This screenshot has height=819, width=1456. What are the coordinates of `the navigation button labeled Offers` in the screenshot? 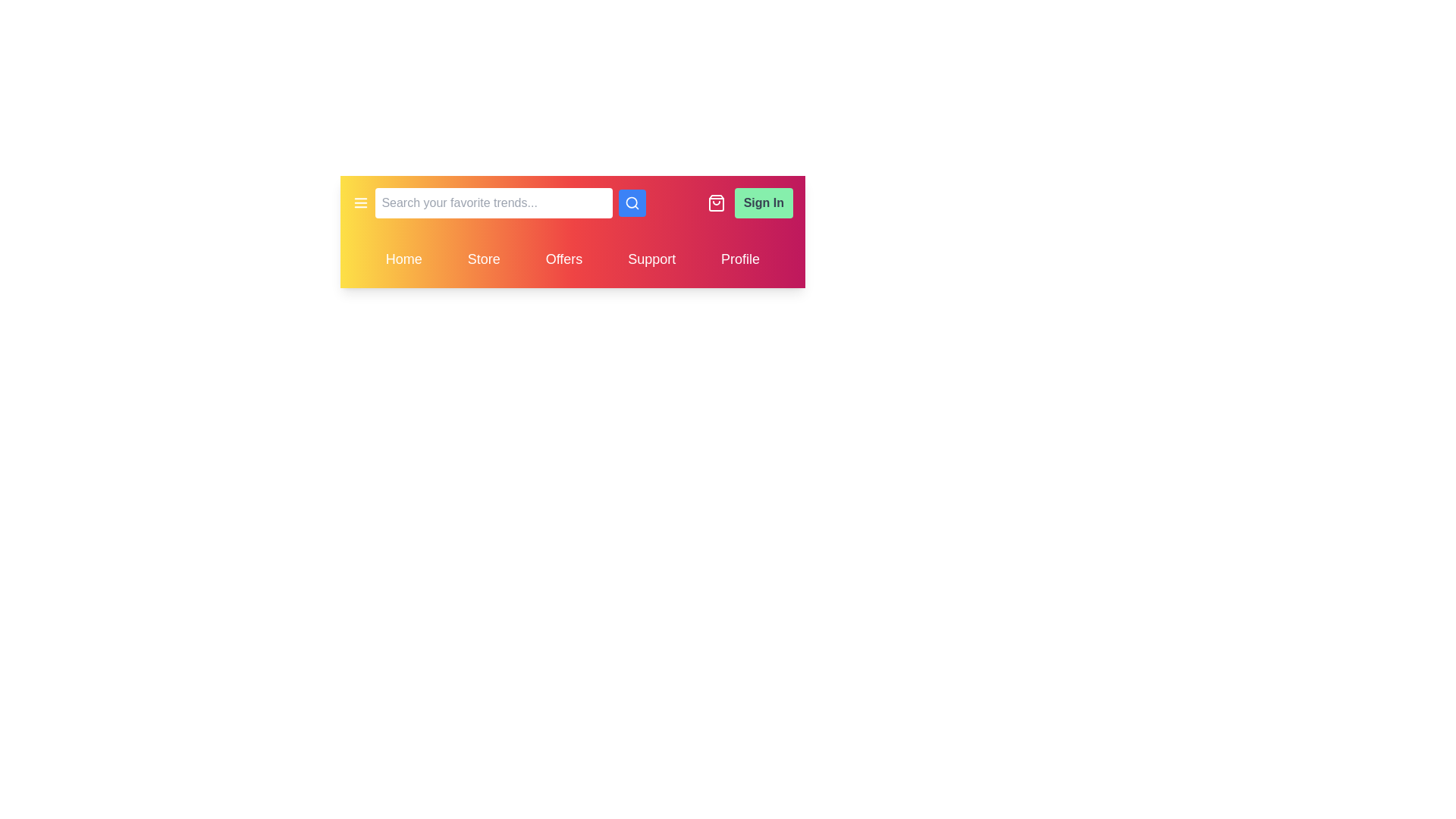 It's located at (563, 259).